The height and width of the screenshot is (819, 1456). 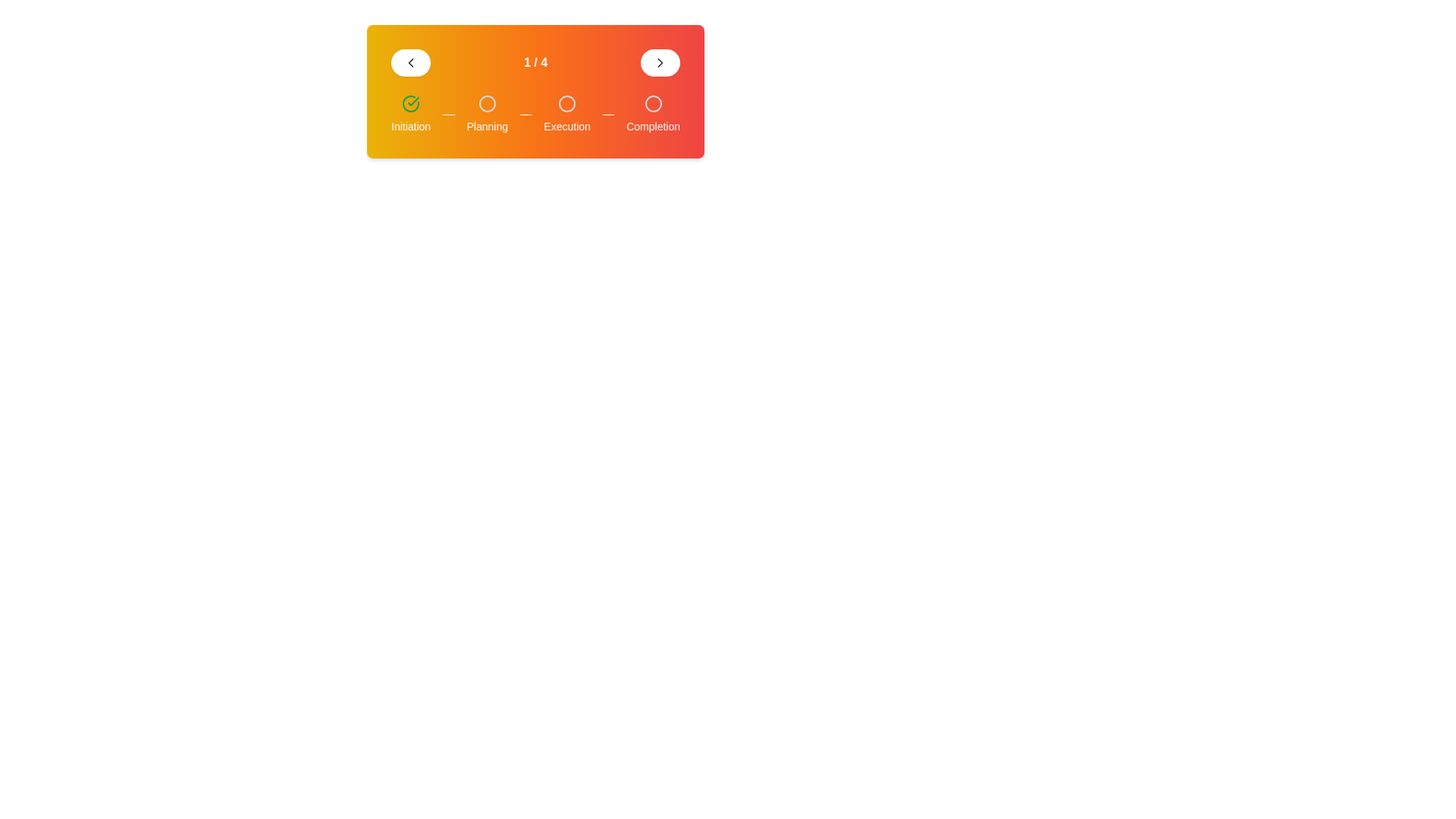 I want to click on the forward navigation icon located in the top-right corner of the horizontal navigation bar, so click(x=660, y=62).